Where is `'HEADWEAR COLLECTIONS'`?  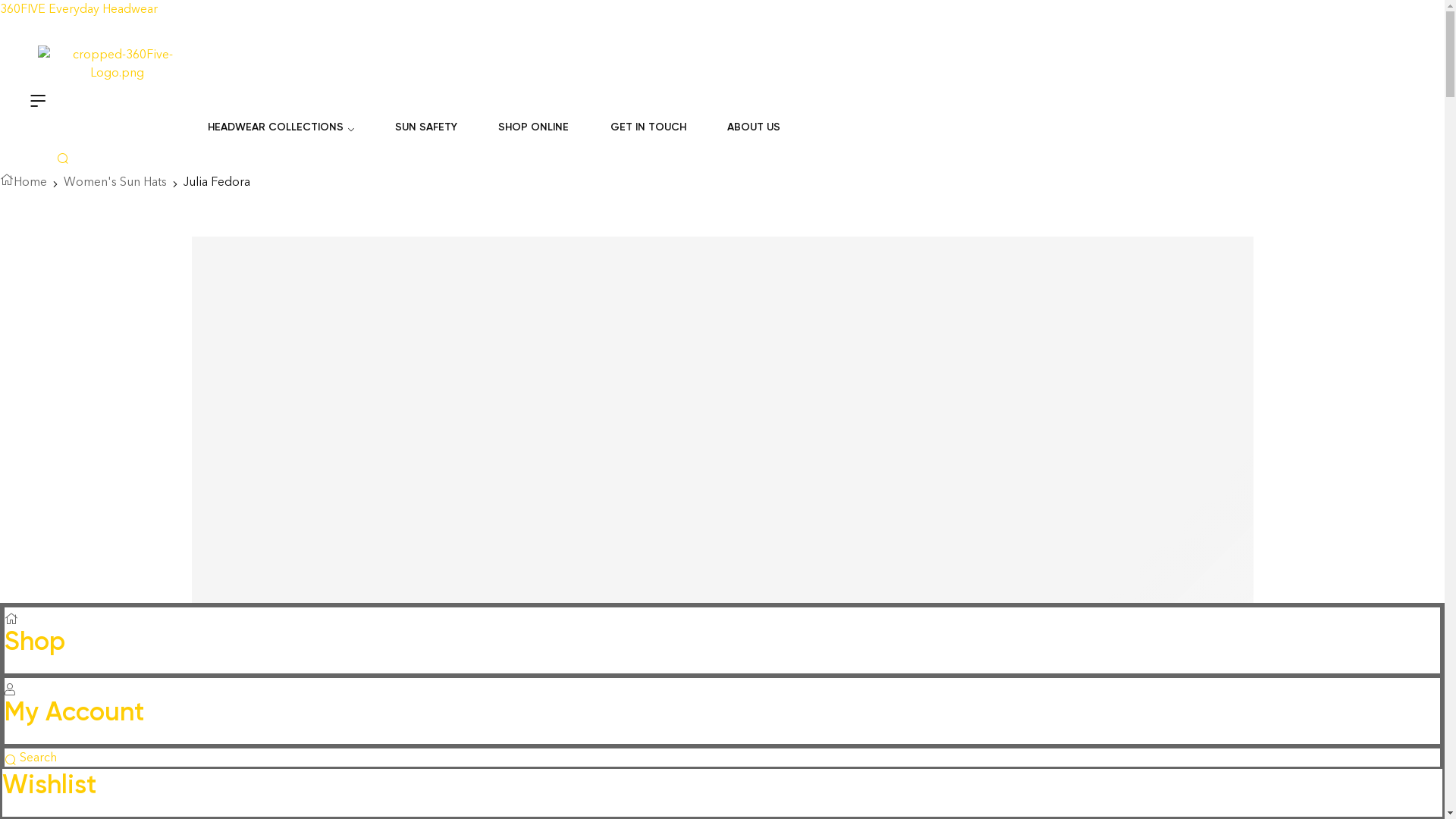
'HEADWEAR COLLECTIONS' is located at coordinates (281, 127).